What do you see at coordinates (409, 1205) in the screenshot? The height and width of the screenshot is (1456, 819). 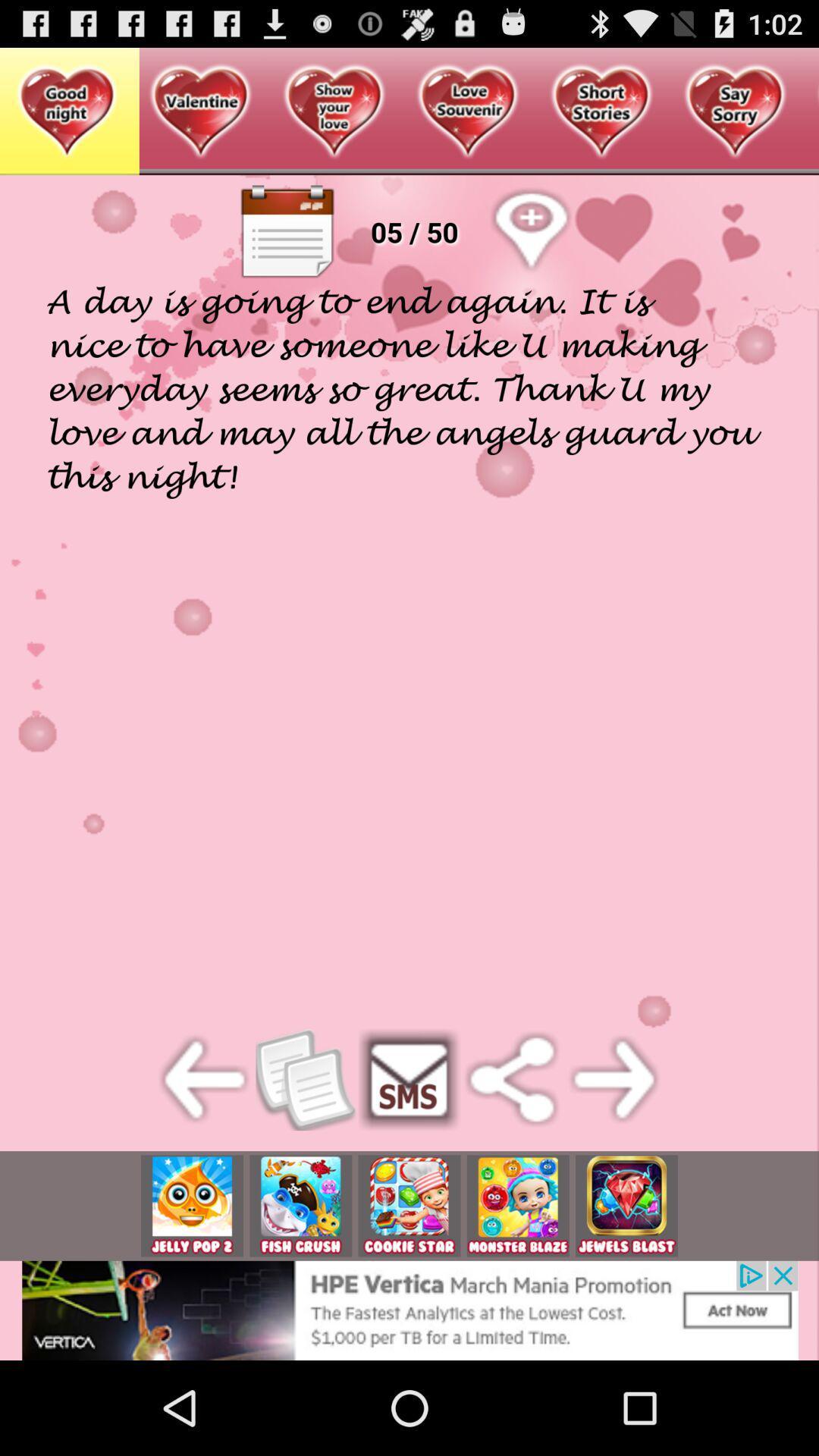 I see `pick the option` at bounding box center [409, 1205].